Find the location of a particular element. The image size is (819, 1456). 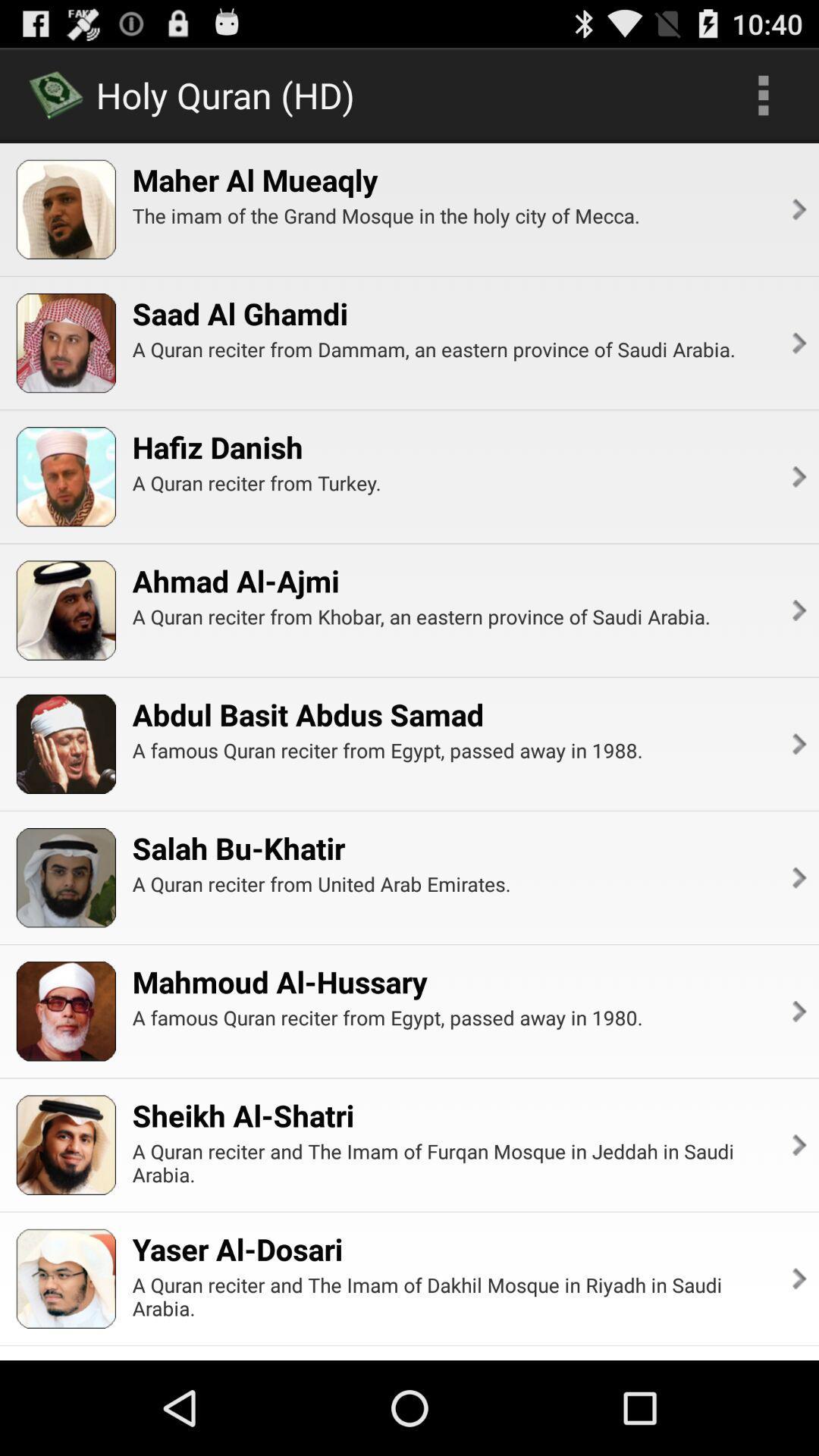

the app below a famous quran icon is located at coordinates (797, 1145).